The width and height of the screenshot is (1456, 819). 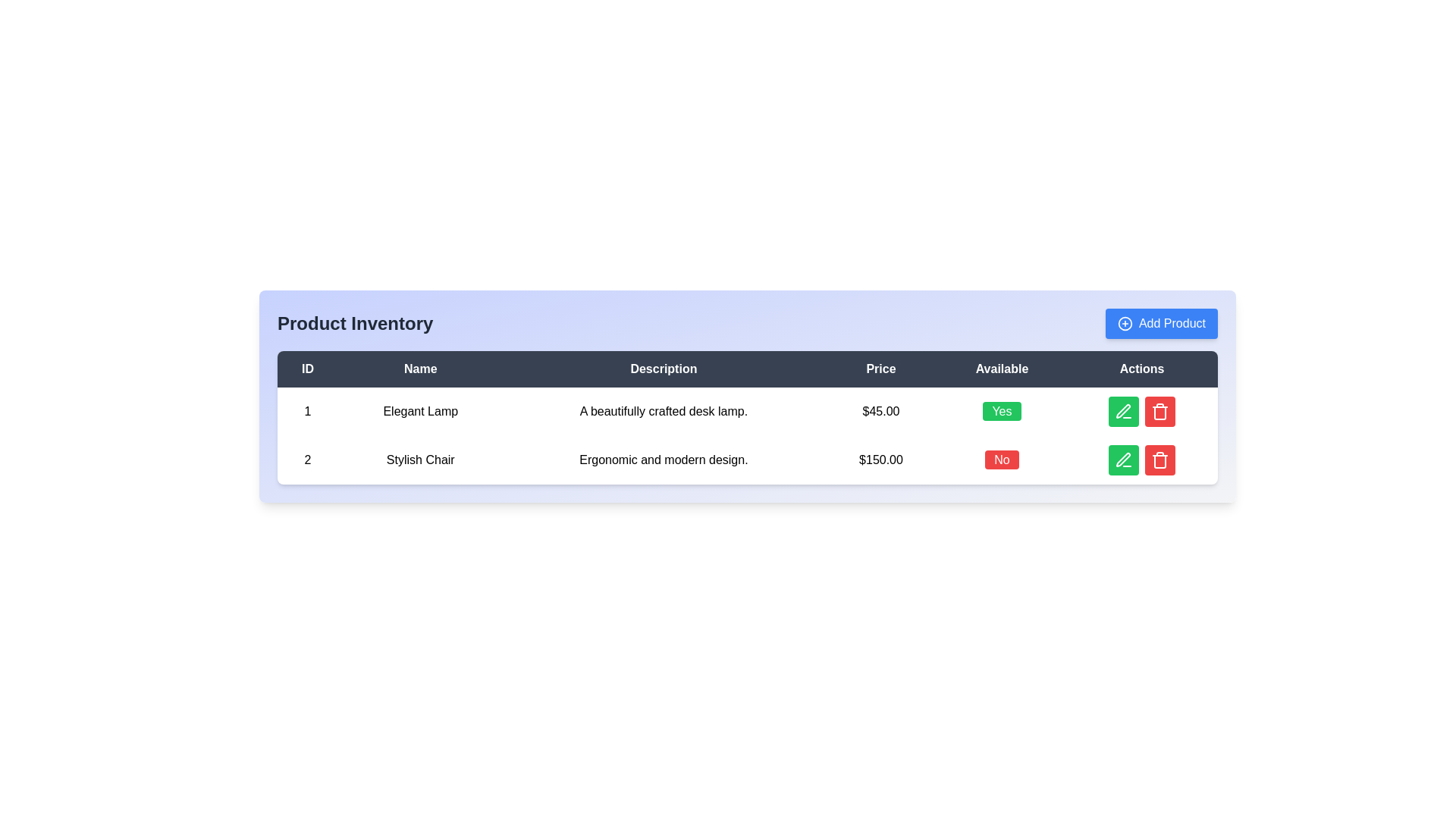 What do you see at coordinates (880, 459) in the screenshot?
I see `the price label for the 'Stylish Chair' item in the product inventory table` at bounding box center [880, 459].